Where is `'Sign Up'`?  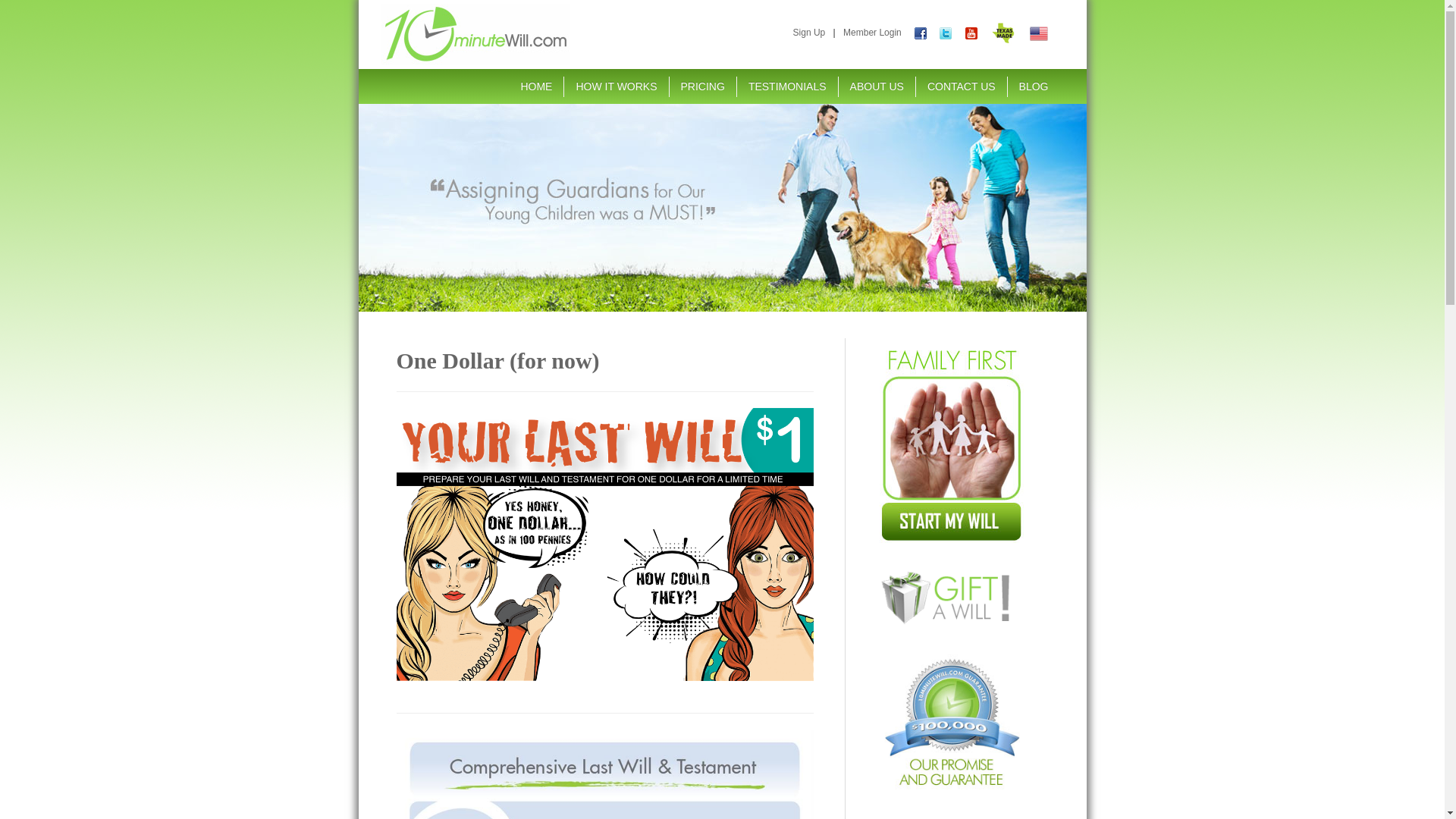
'Sign Up' is located at coordinates (792, 32).